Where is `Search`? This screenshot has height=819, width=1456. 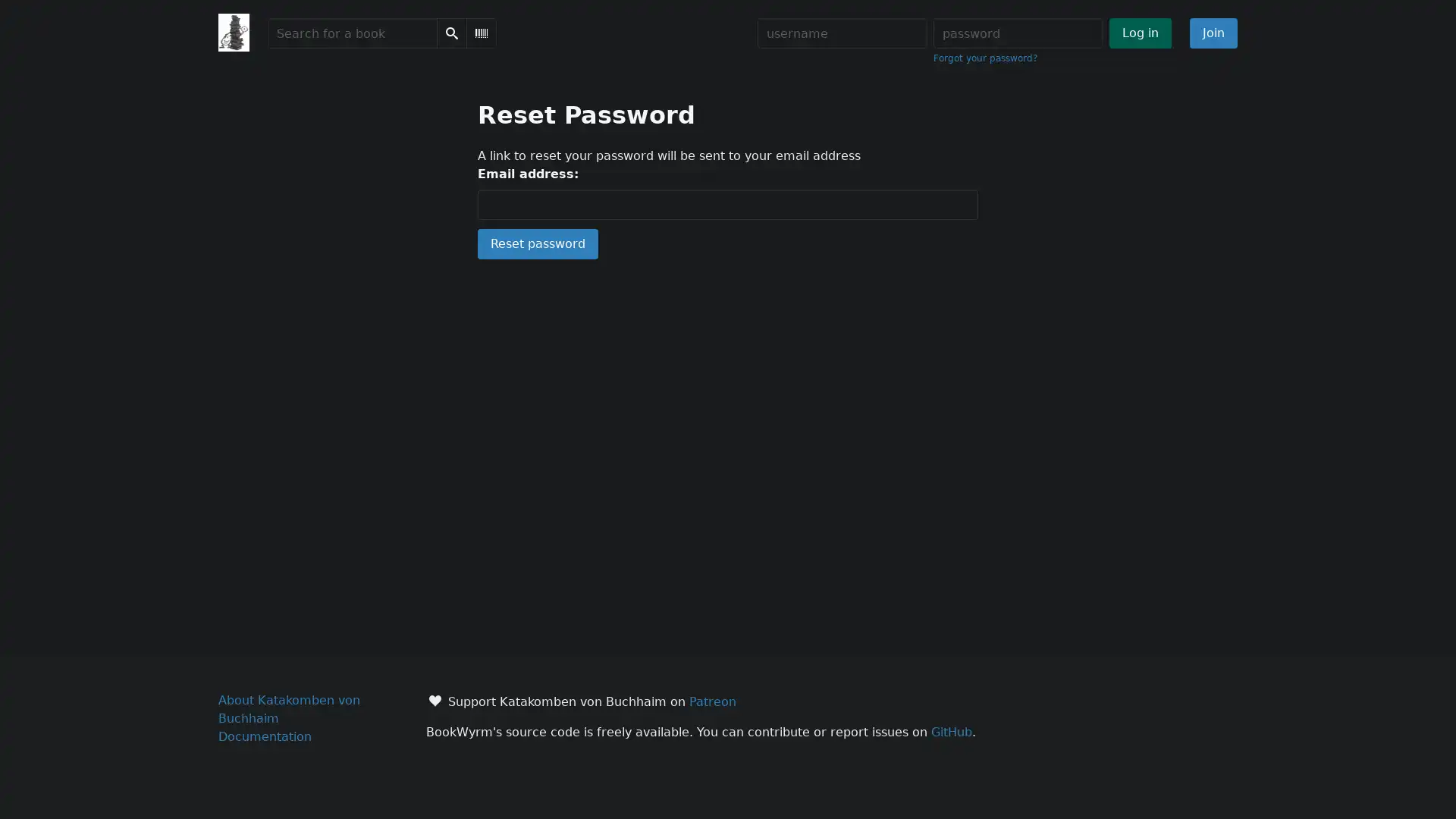
Search is located at coordinates (450, 33).